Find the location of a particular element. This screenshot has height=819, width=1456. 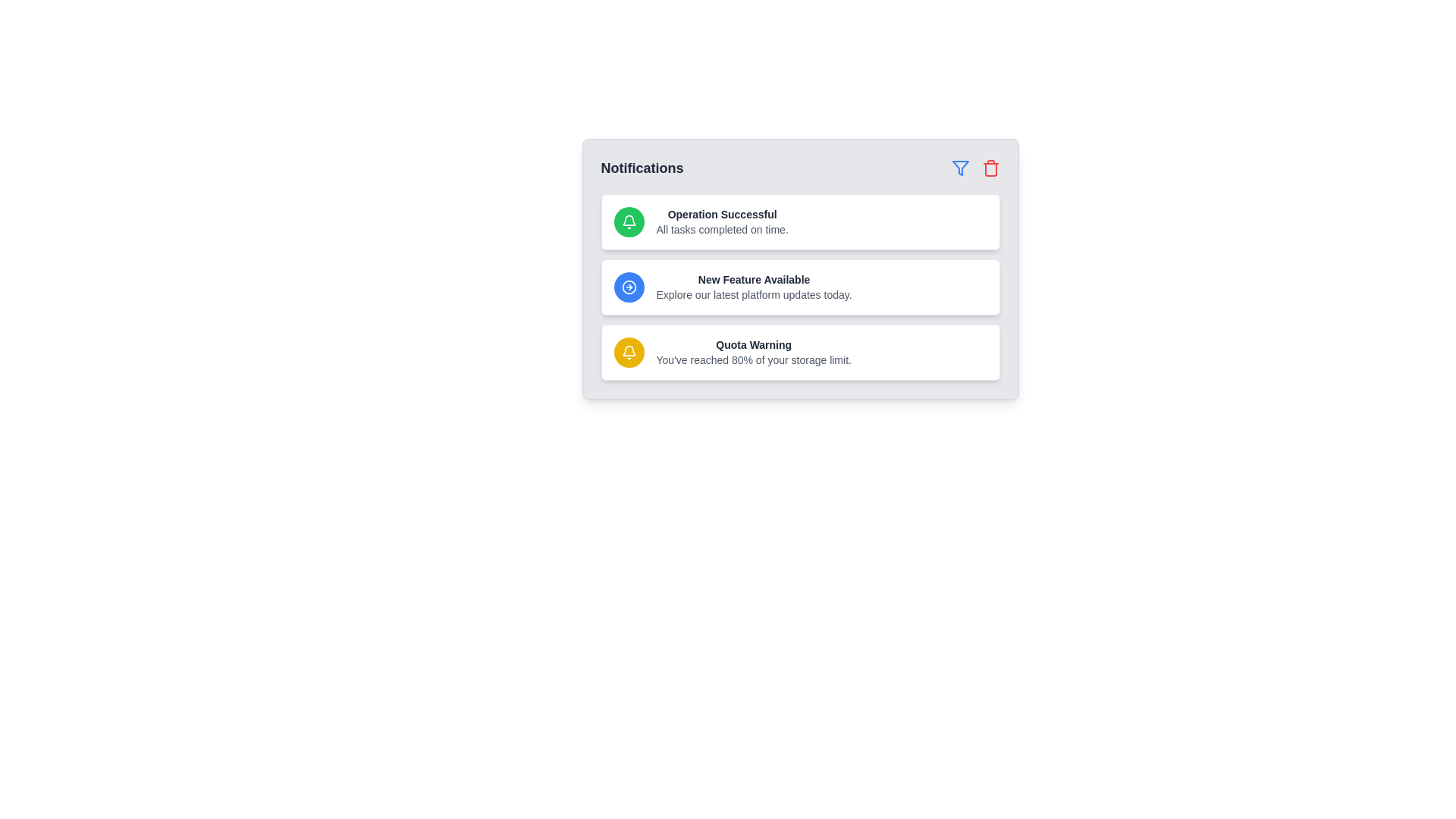

text of the notification title labeled 'Operation Successful', which is in bold and dark color at the top of the first notification card is located at coordinates (721, 214).